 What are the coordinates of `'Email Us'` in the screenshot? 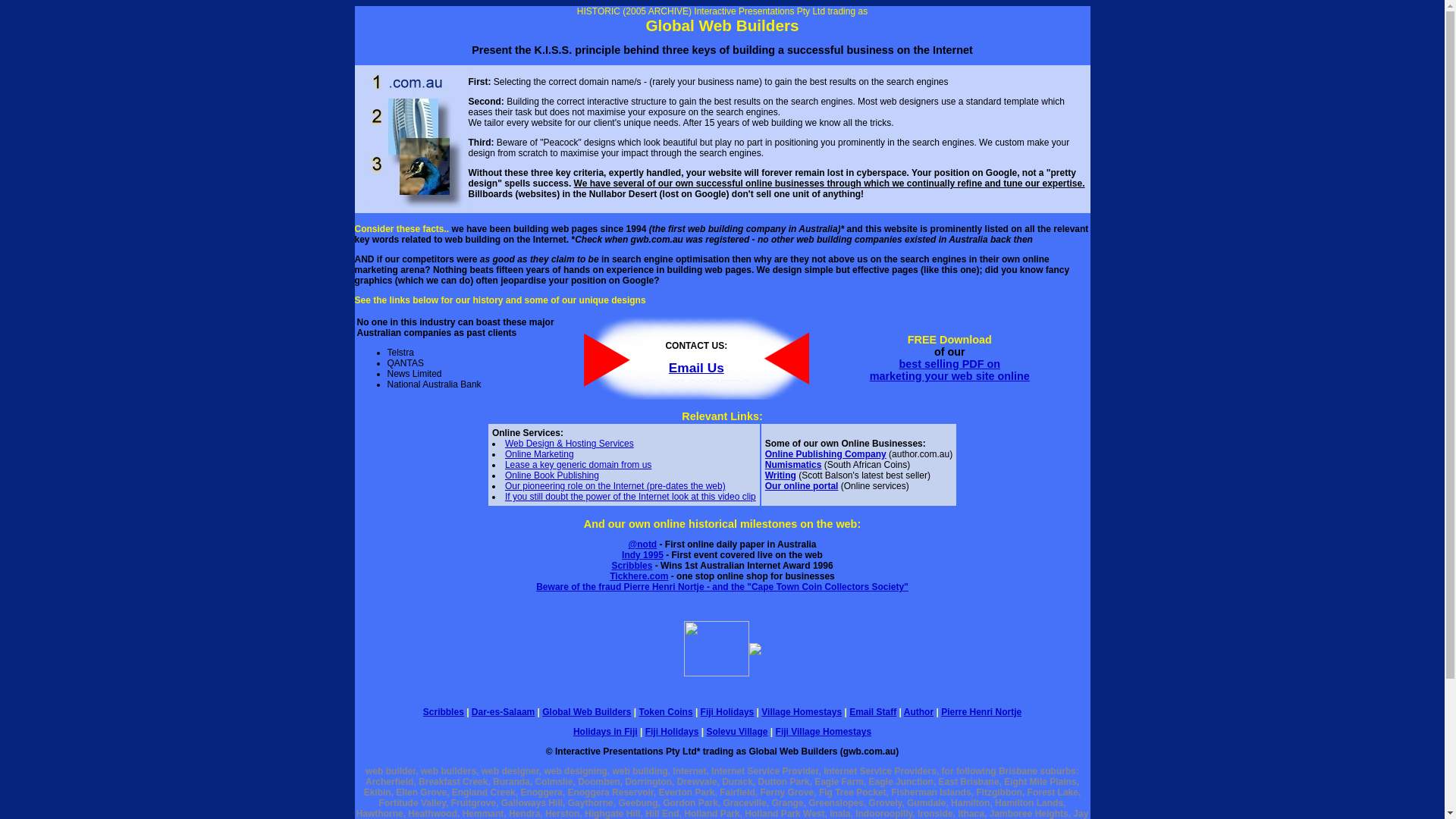 It's located at (668, 366).